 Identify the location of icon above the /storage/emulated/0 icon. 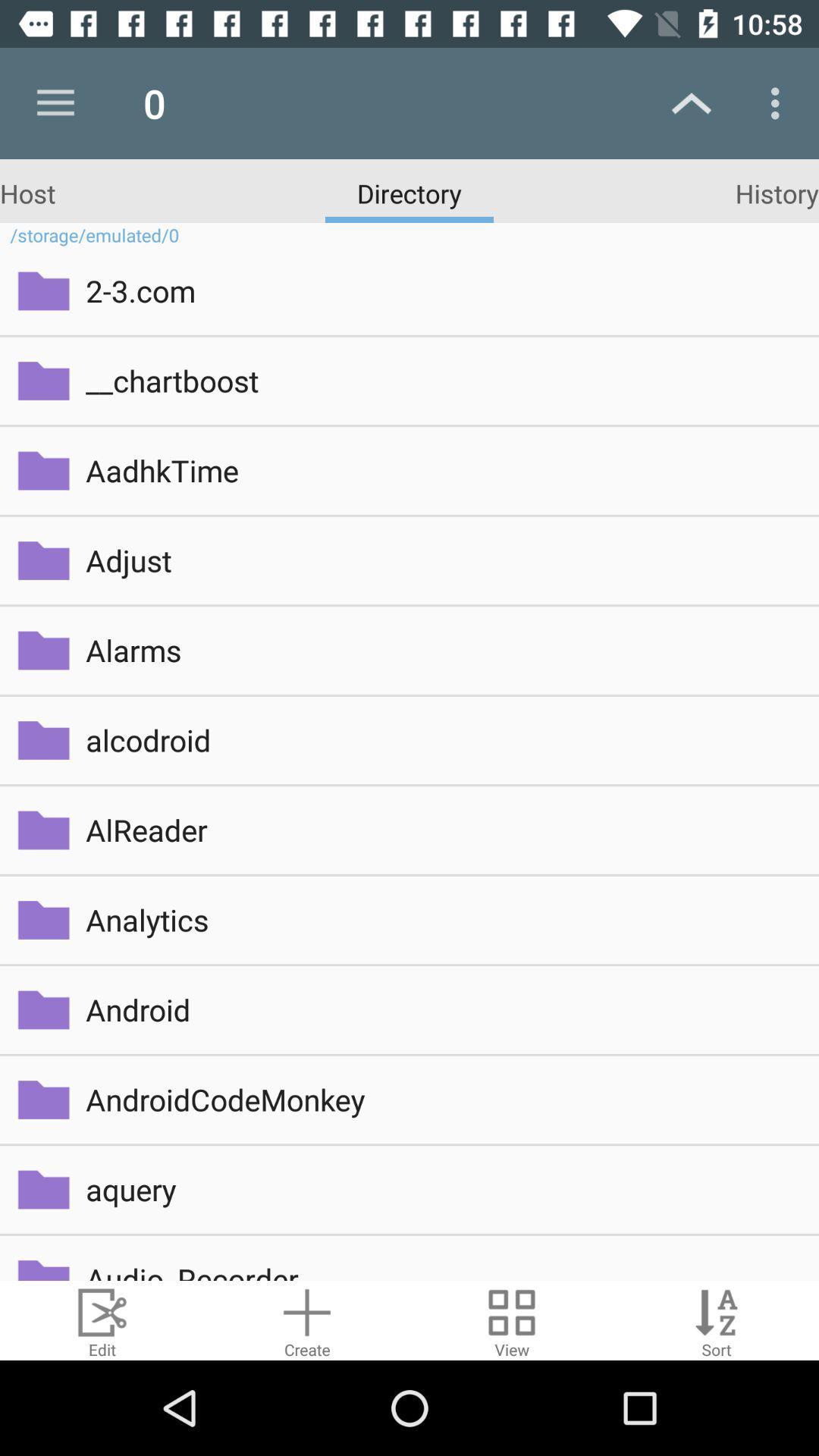
(777, 192).